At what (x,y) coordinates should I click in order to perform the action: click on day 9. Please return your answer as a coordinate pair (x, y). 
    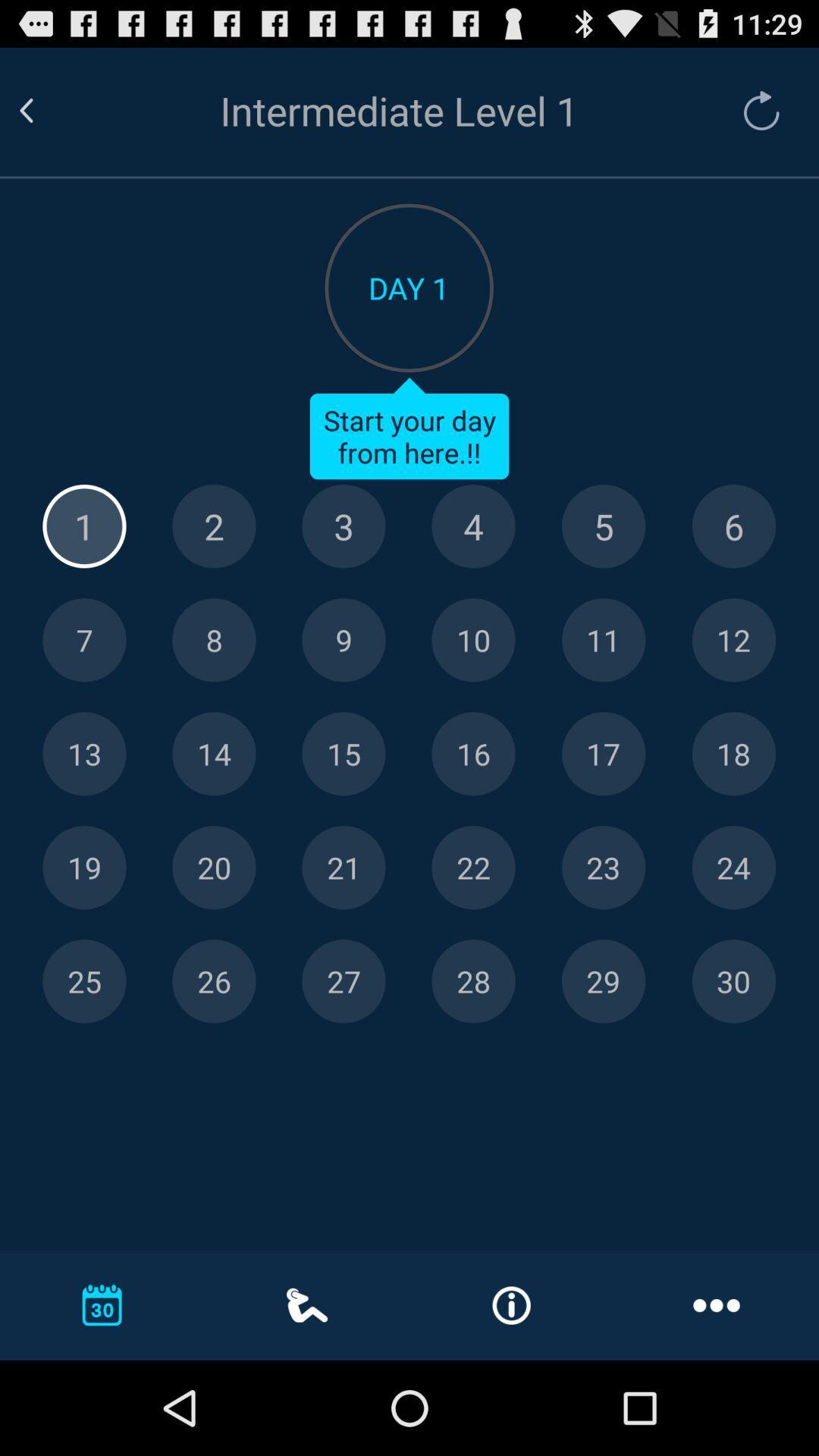
    Looking at the image, I should click on (344, 640).